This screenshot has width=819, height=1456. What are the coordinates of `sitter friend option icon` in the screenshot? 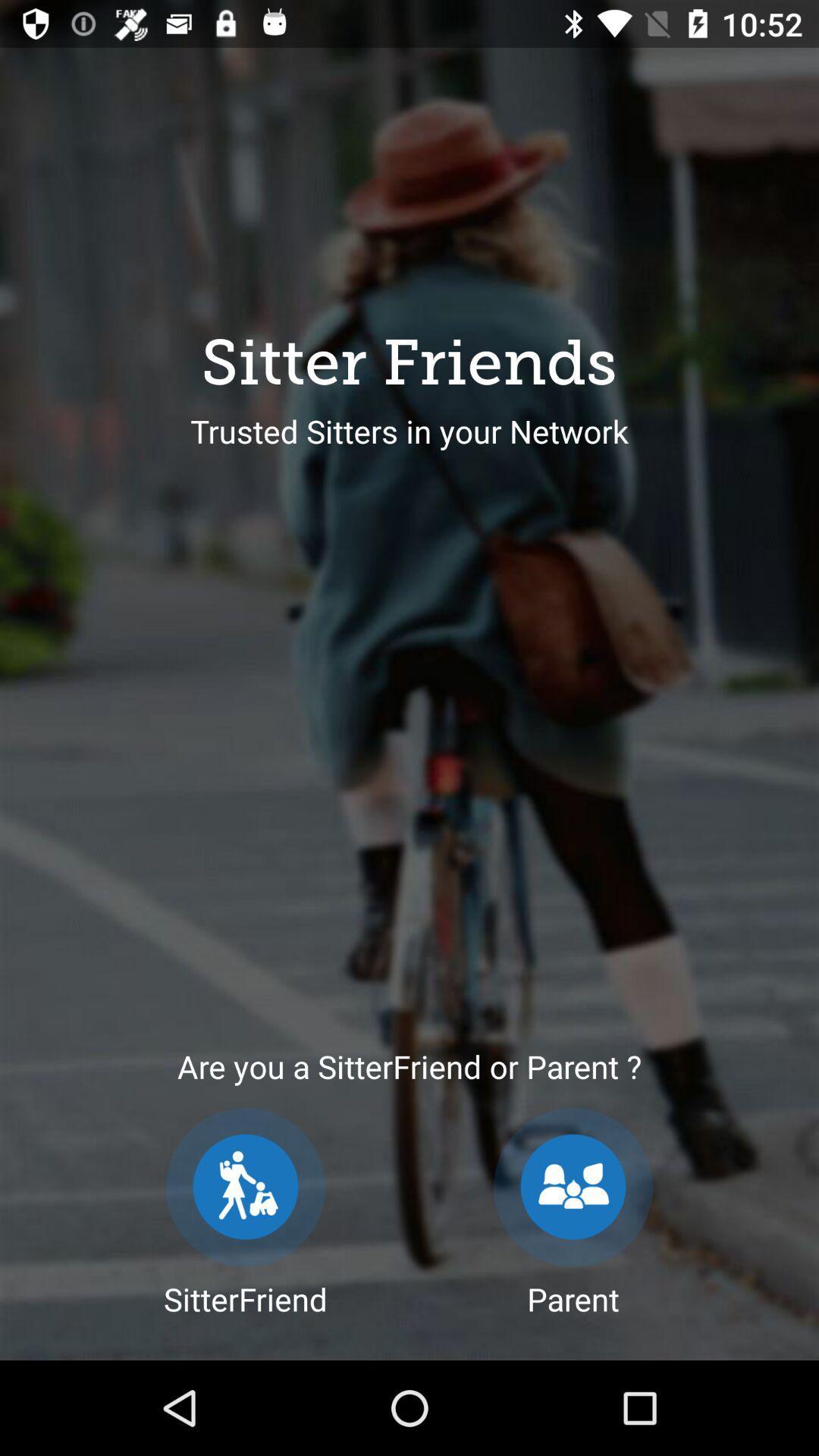 It's located at (245, 1186).